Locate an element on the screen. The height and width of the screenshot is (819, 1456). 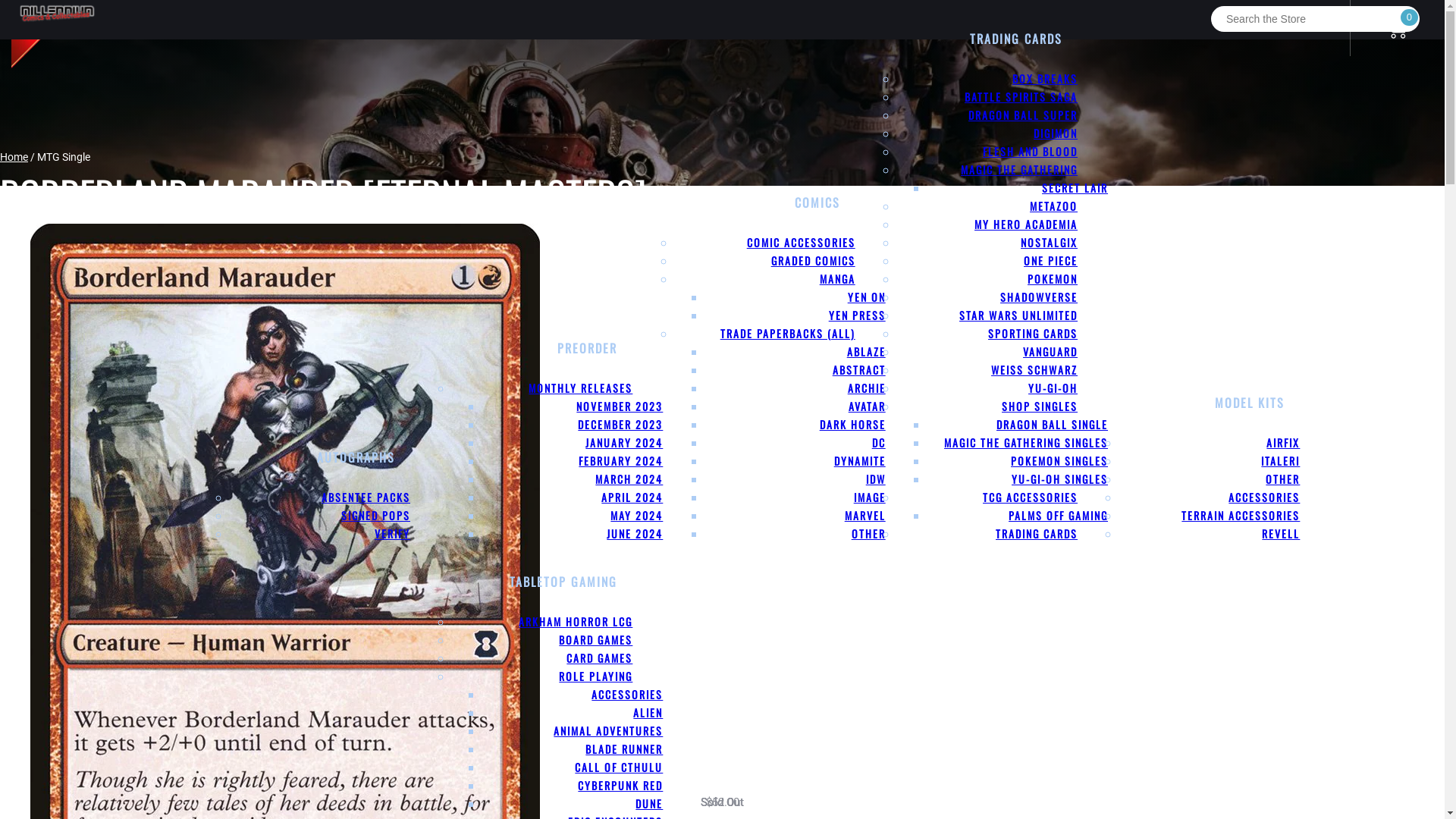
'DUNE' is located at coordinates (648, 802).